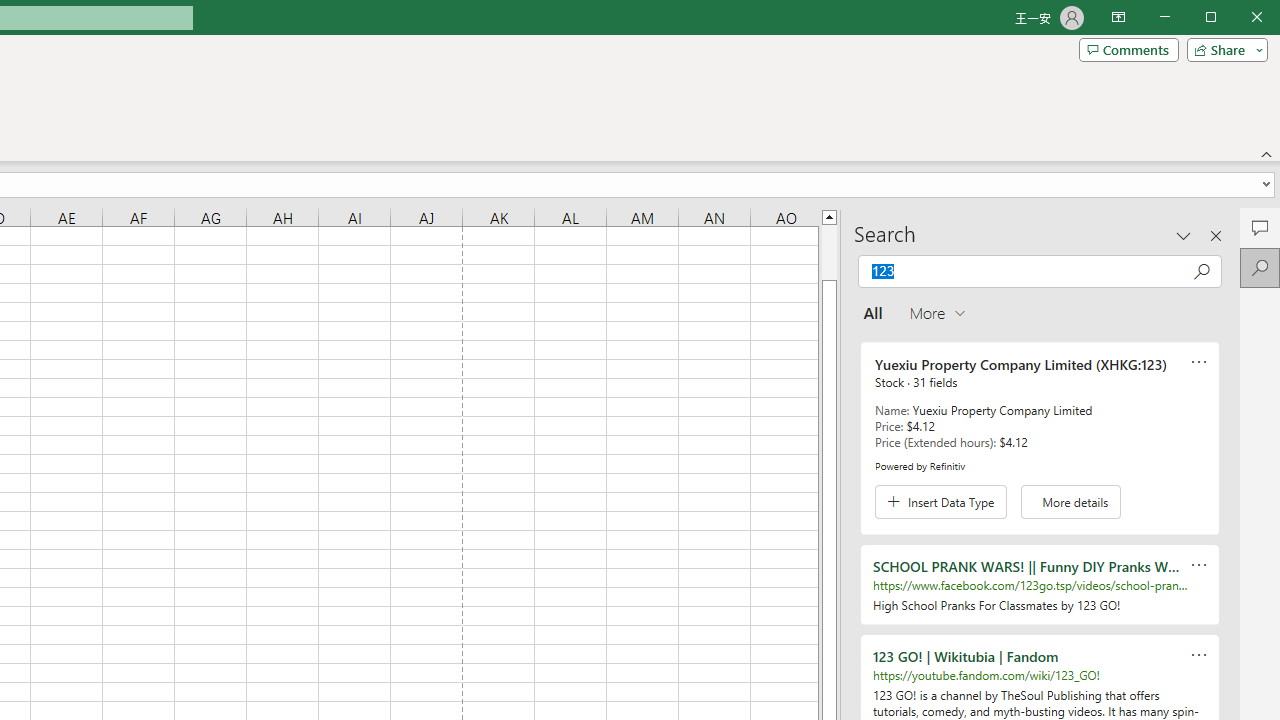 This screenshot has width=1280, height=720. I want to click on 'Line up', so click(829, 216).